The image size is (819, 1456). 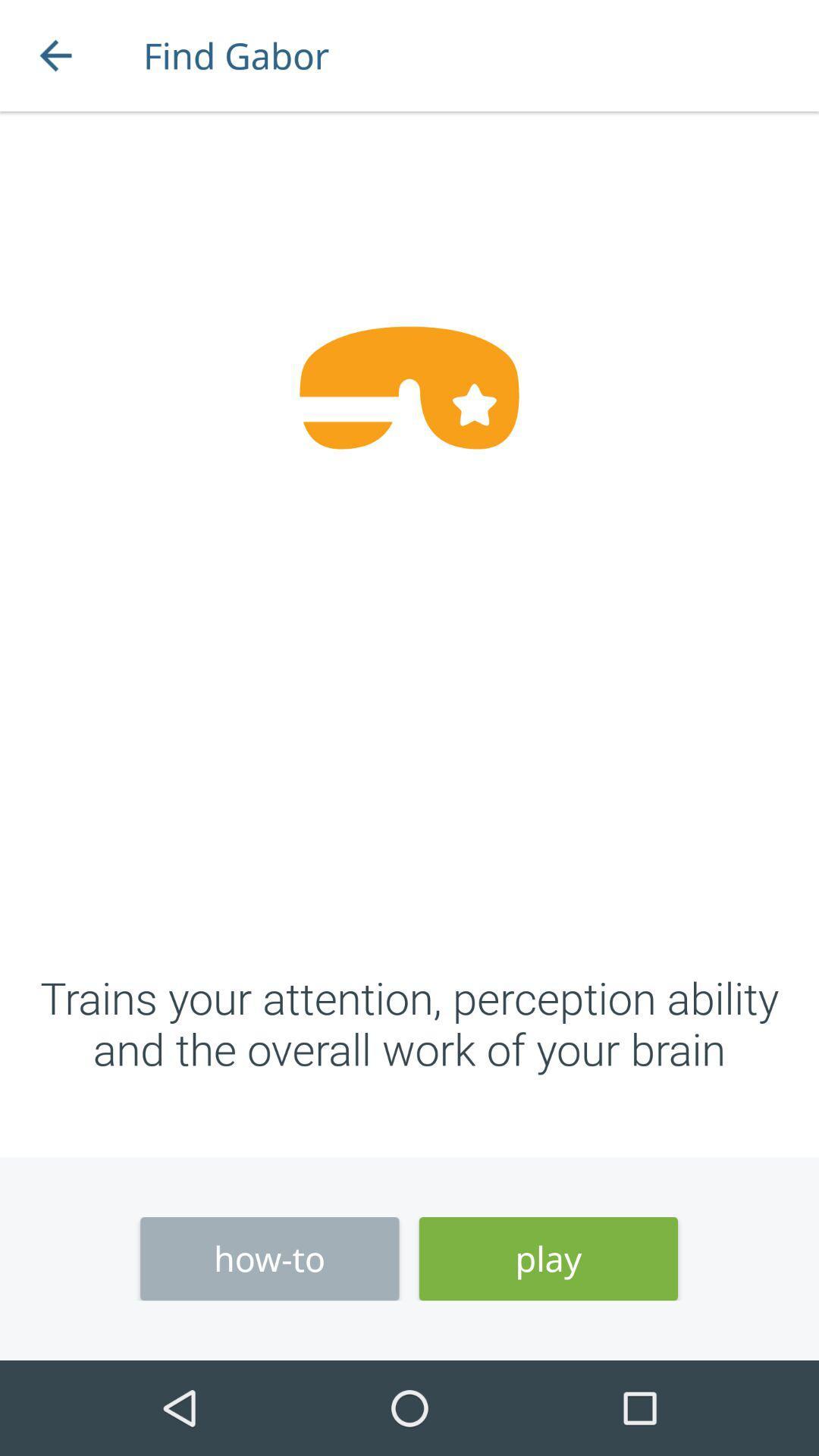 What do you see at coordinates (548, 1259) in the screenshot?
I see `item below the trains your attention` at bounding box center [548, 1259].